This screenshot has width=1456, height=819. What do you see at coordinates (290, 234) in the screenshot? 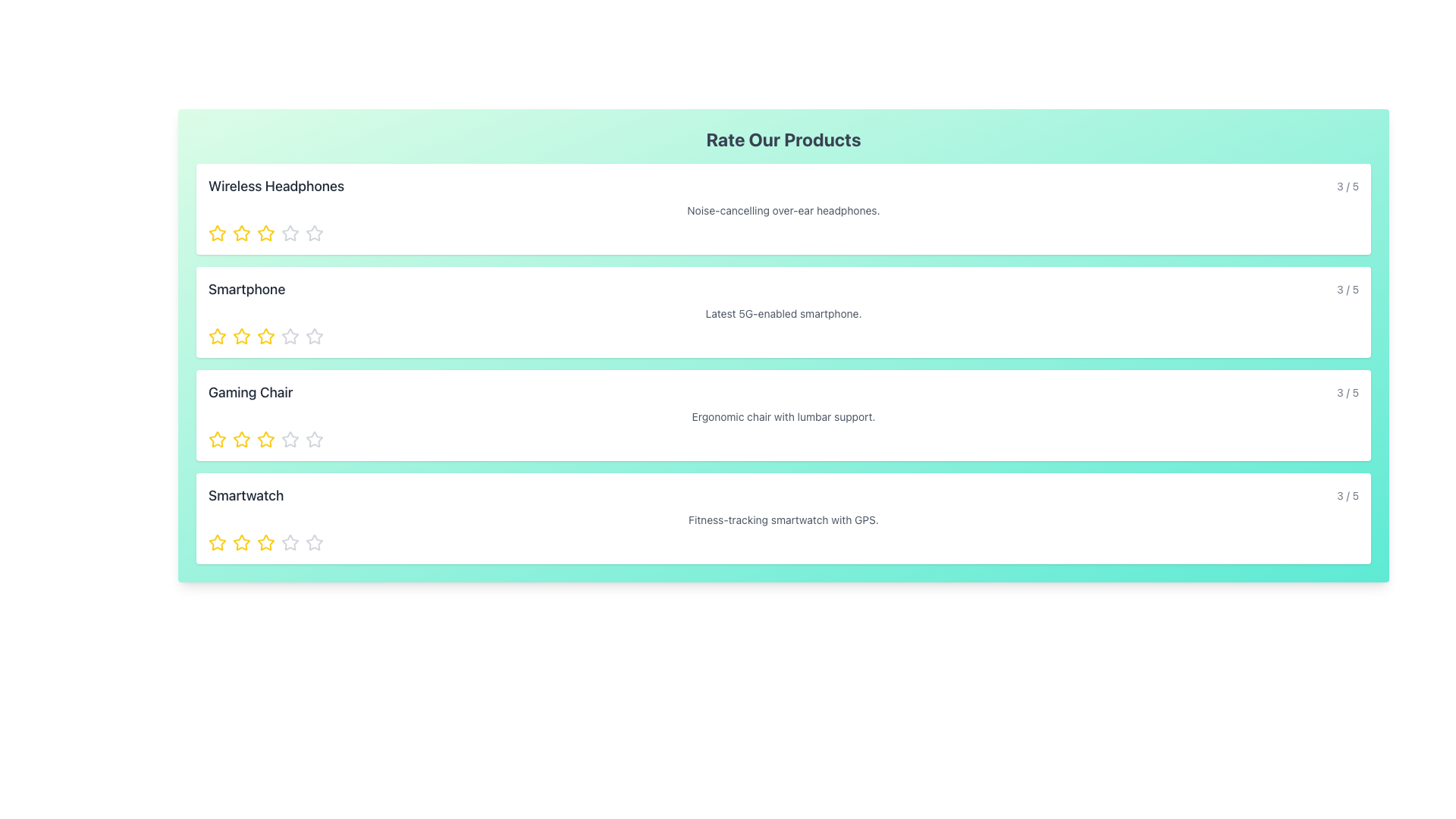
I see `the fifth star icon in the rating bar` at bounding box center [290, 234].